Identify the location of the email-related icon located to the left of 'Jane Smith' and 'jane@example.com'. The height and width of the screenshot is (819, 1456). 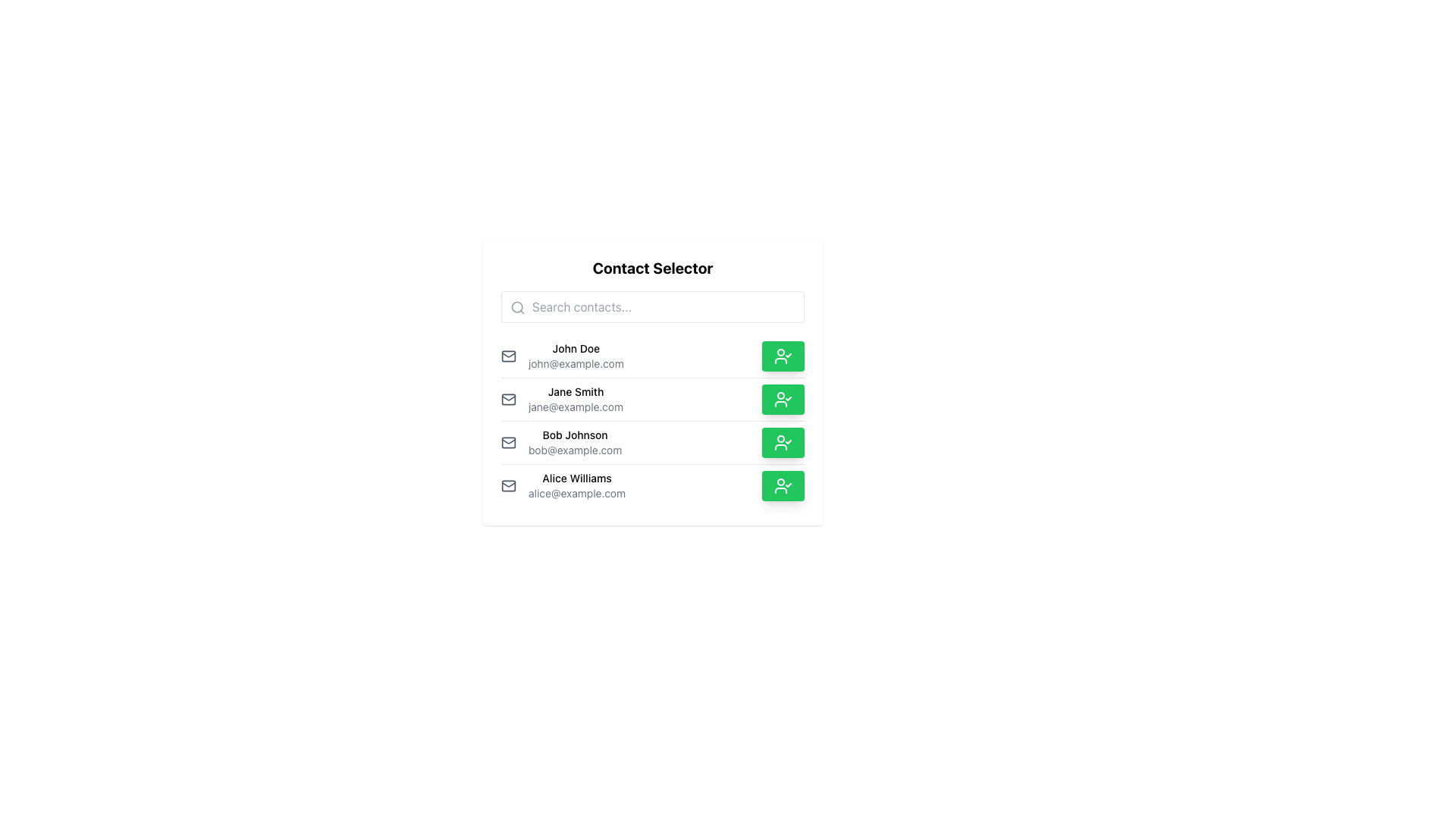
(509, 399).